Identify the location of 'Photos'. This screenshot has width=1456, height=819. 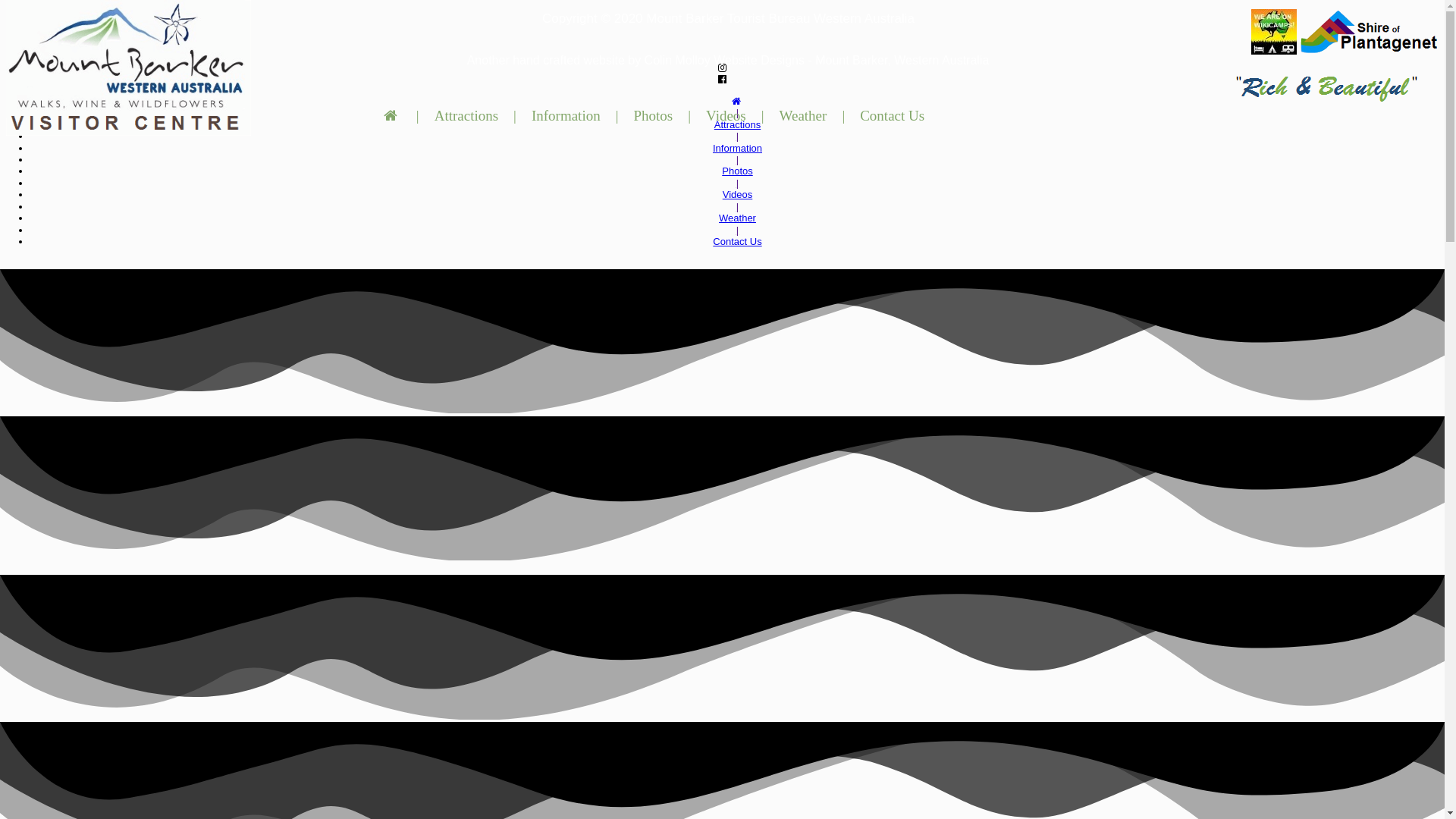
(737, 171).